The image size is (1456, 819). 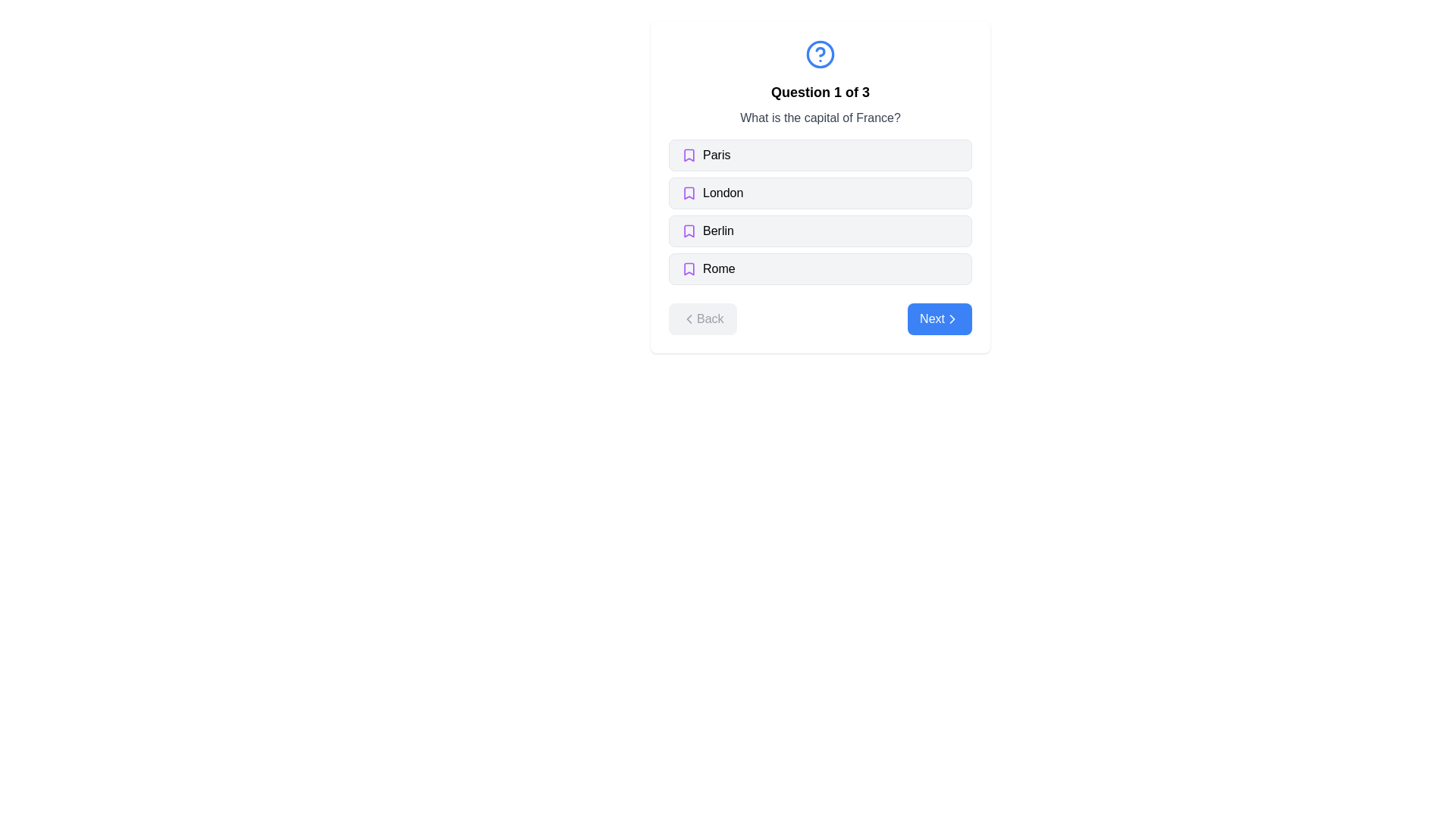 I want to click on the second option button in the multiple-choice question interface, so click(x=819, y=192).